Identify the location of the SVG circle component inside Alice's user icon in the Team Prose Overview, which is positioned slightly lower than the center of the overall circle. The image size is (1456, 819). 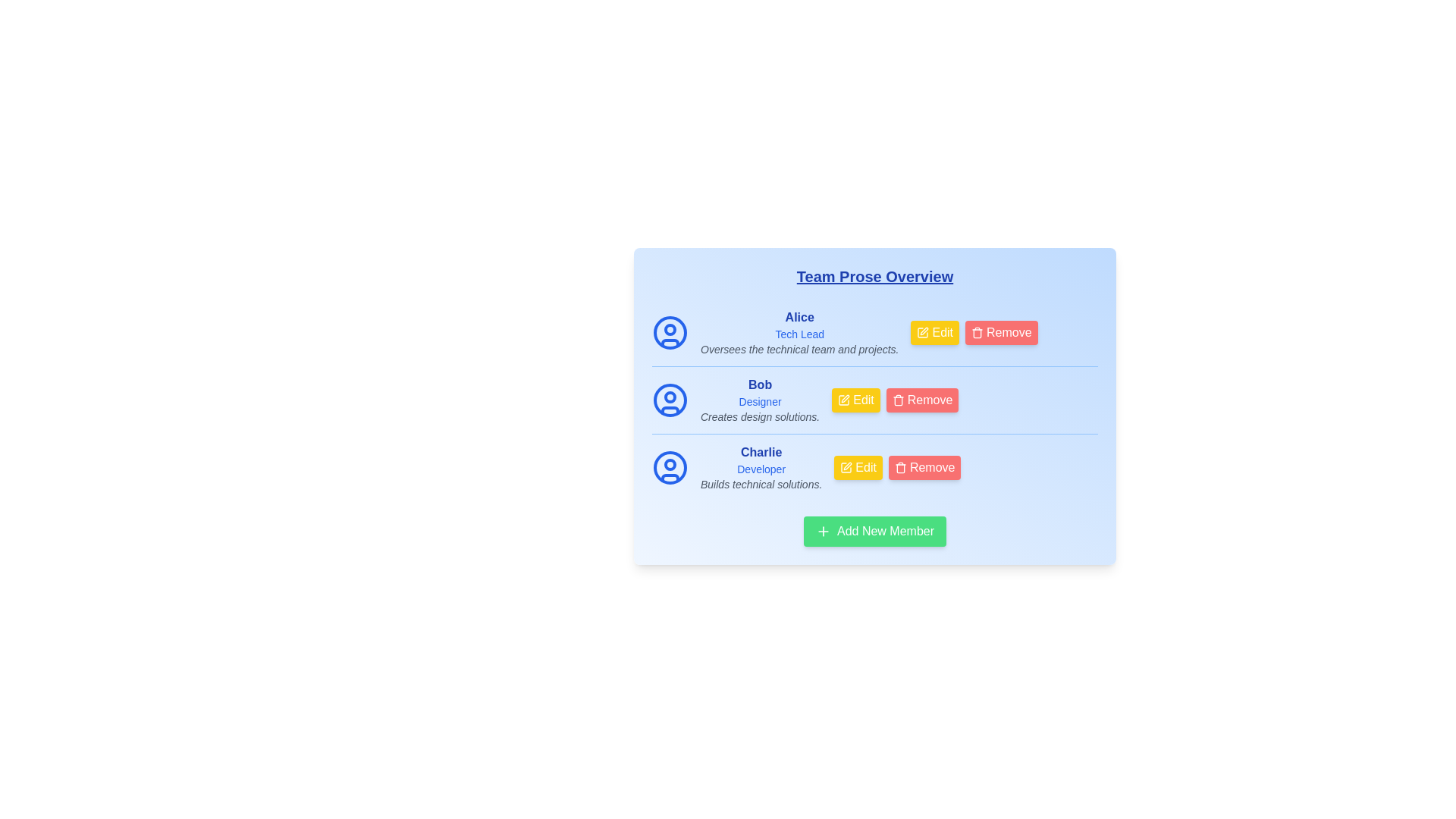
(669, 329).